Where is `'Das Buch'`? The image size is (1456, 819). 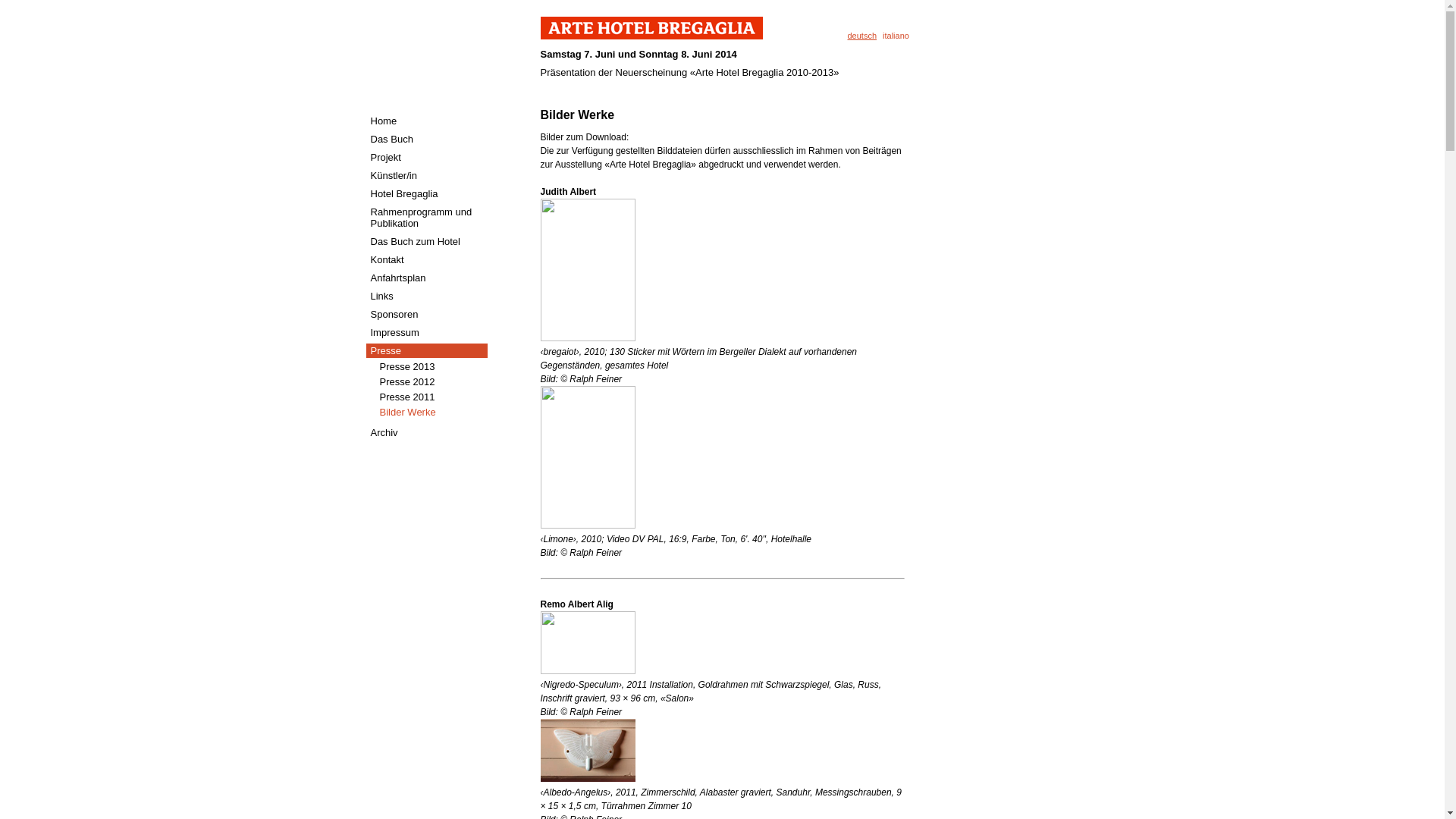
'Das Buch' is located at coordinates (425, 139).